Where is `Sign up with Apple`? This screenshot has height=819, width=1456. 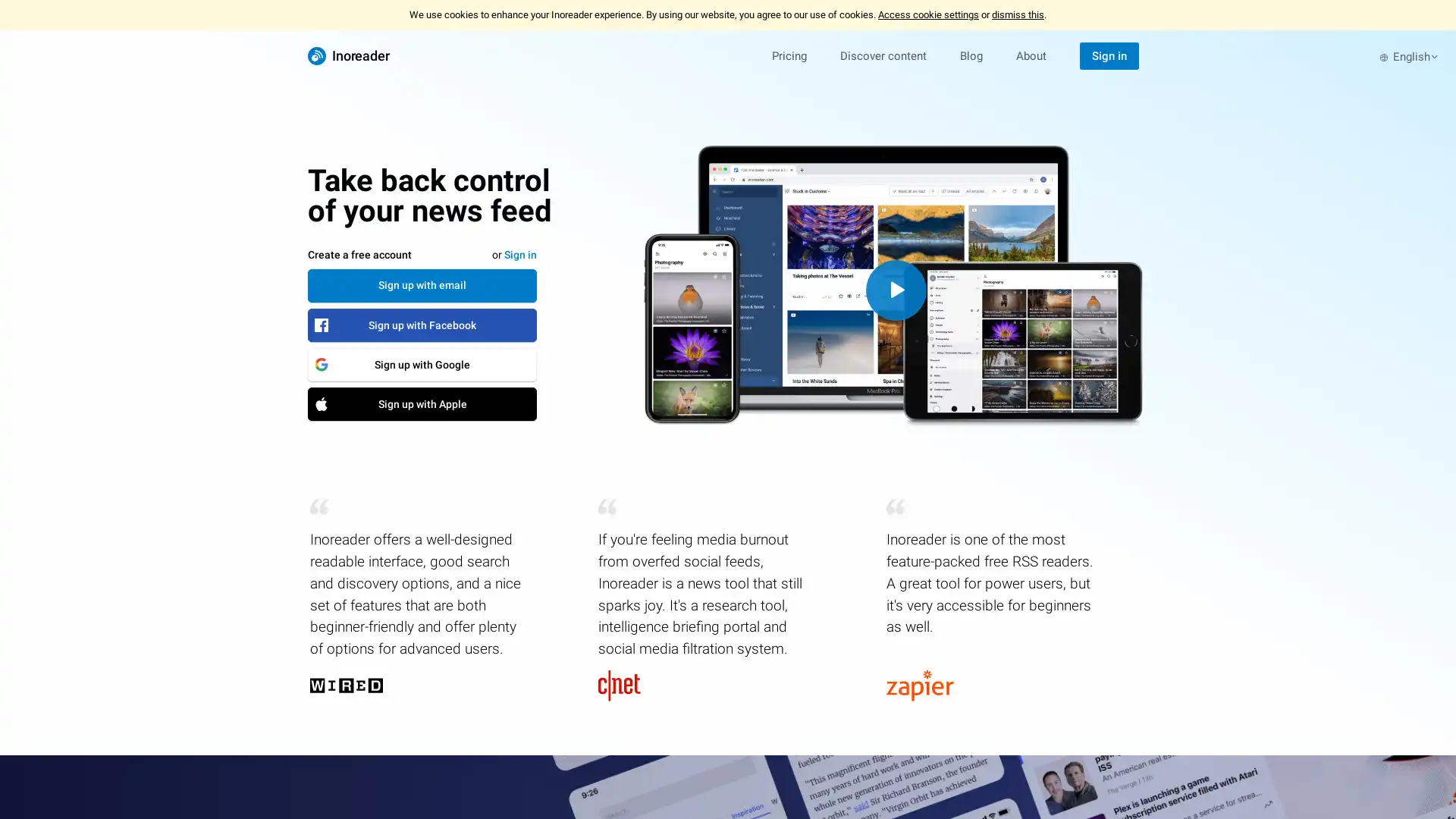
Sign up with Apple is located at coordinates (422, 403).